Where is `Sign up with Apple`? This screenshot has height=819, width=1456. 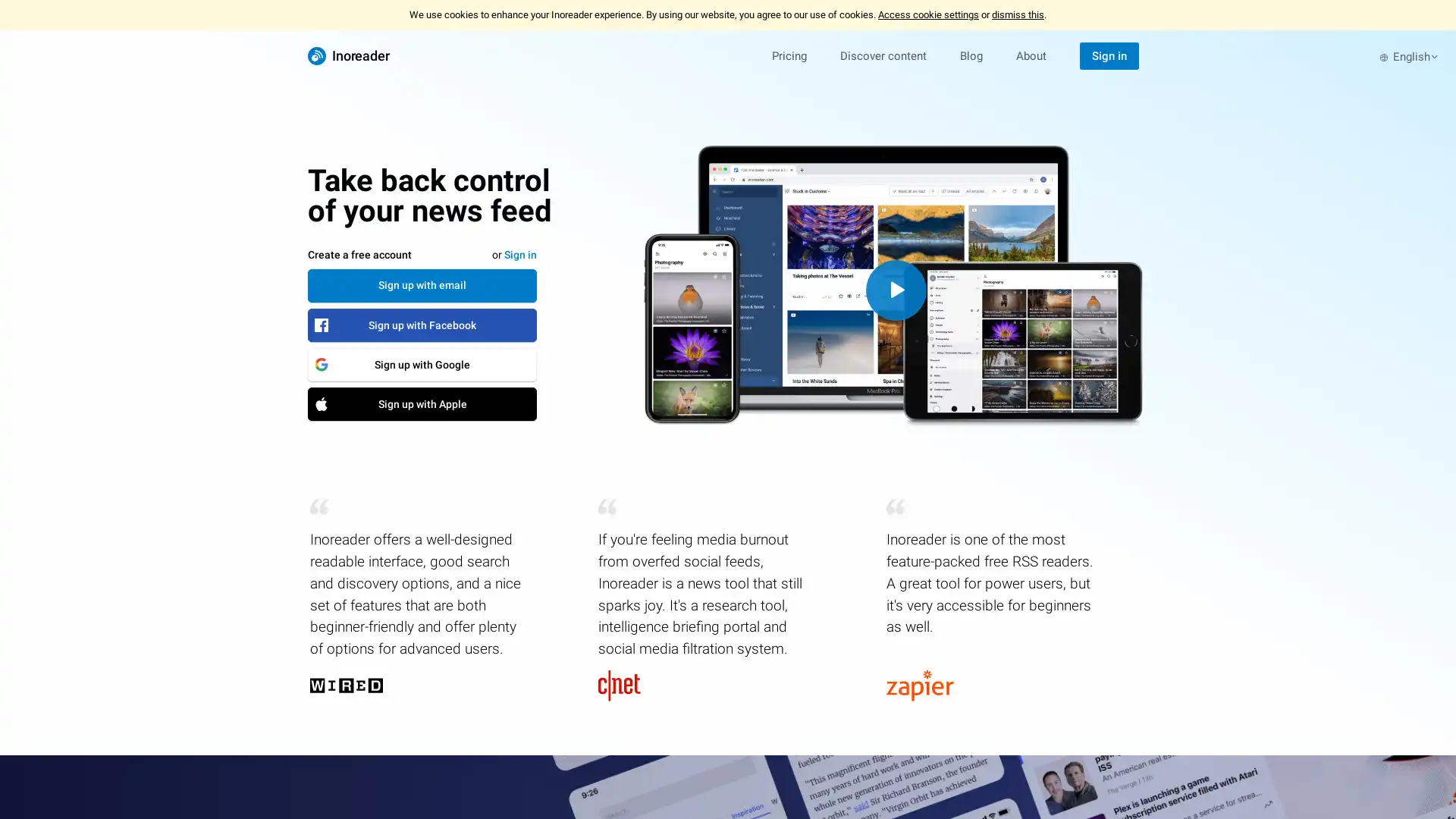
Sign up with Apple is located at coordinates (422, 403).